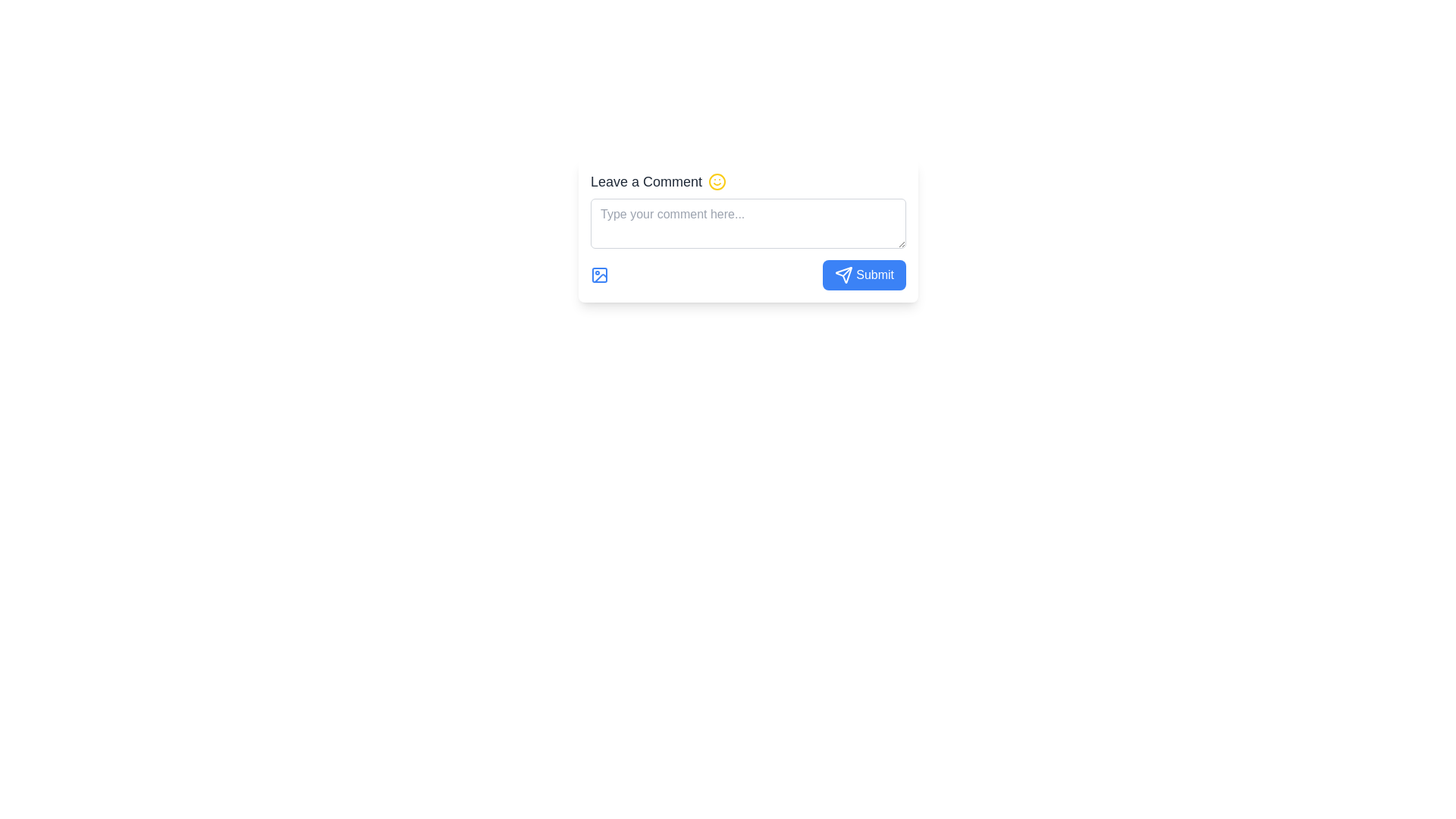 This screenshot has width=1456, height=819. Describe the element at coordinates (717, 180) in the screenshot. I see `the central circular part of the smiley face icon, which is a yellow SVG graphic located at the top-left corner of the comment input box` at that location.